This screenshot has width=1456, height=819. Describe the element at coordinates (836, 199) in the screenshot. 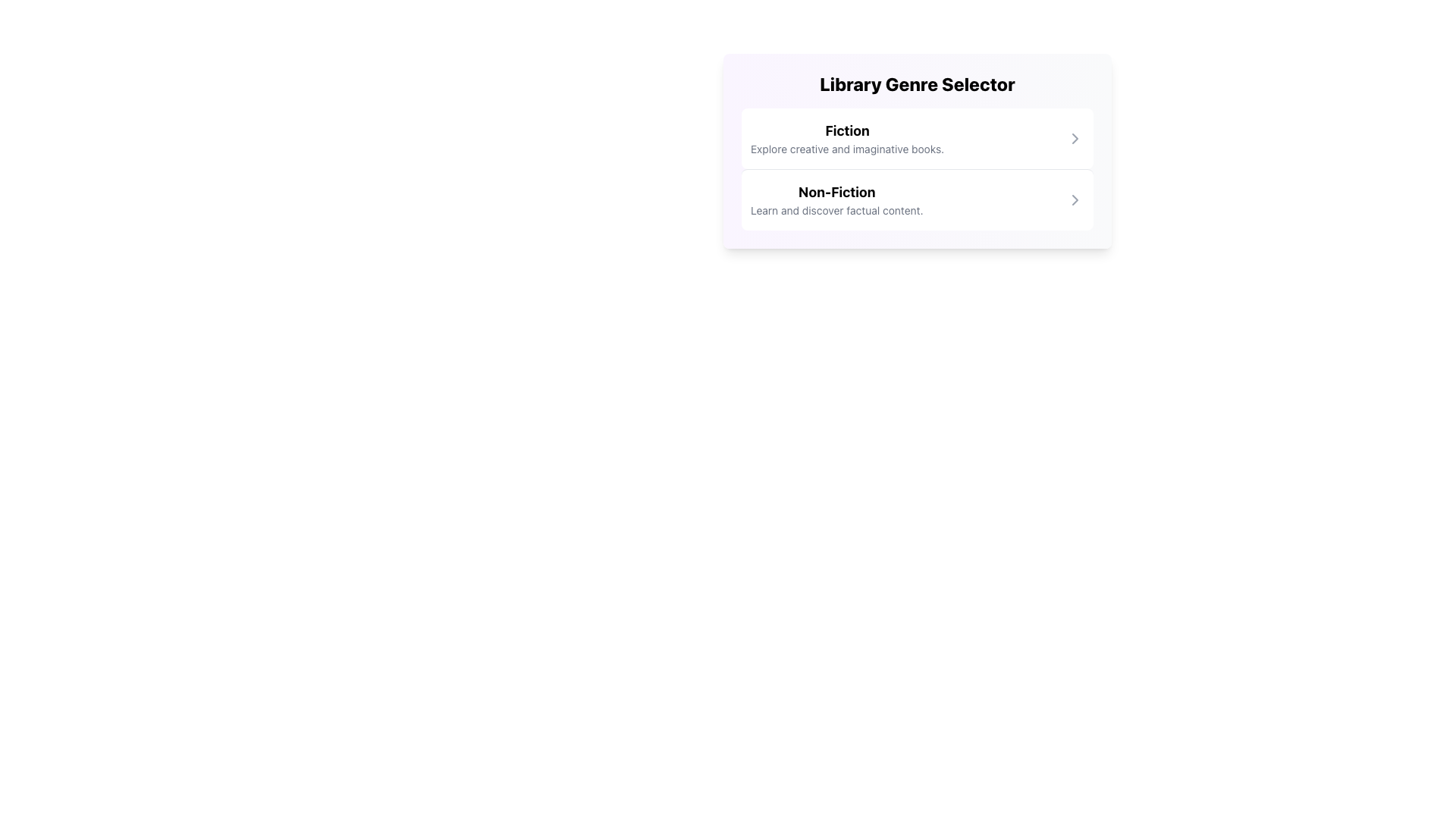

I see `the 'Non-Fiction' genre text block in the Library Genre Selector, which is the second entry below the Fiction section` at that location.